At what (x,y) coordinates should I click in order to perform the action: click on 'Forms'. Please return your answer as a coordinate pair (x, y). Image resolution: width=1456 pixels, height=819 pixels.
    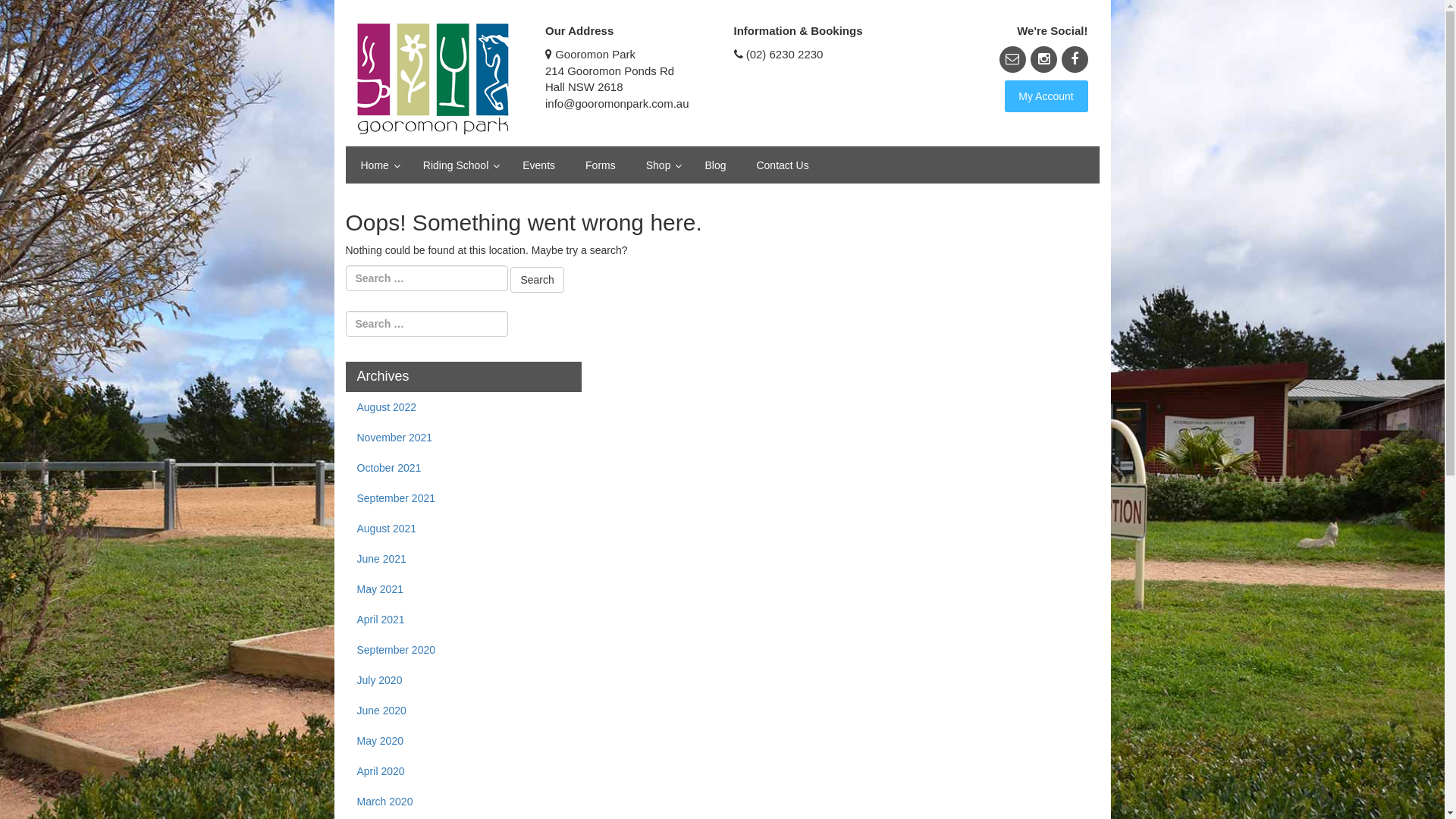
    Looking at the image, I should click on (600, 165).